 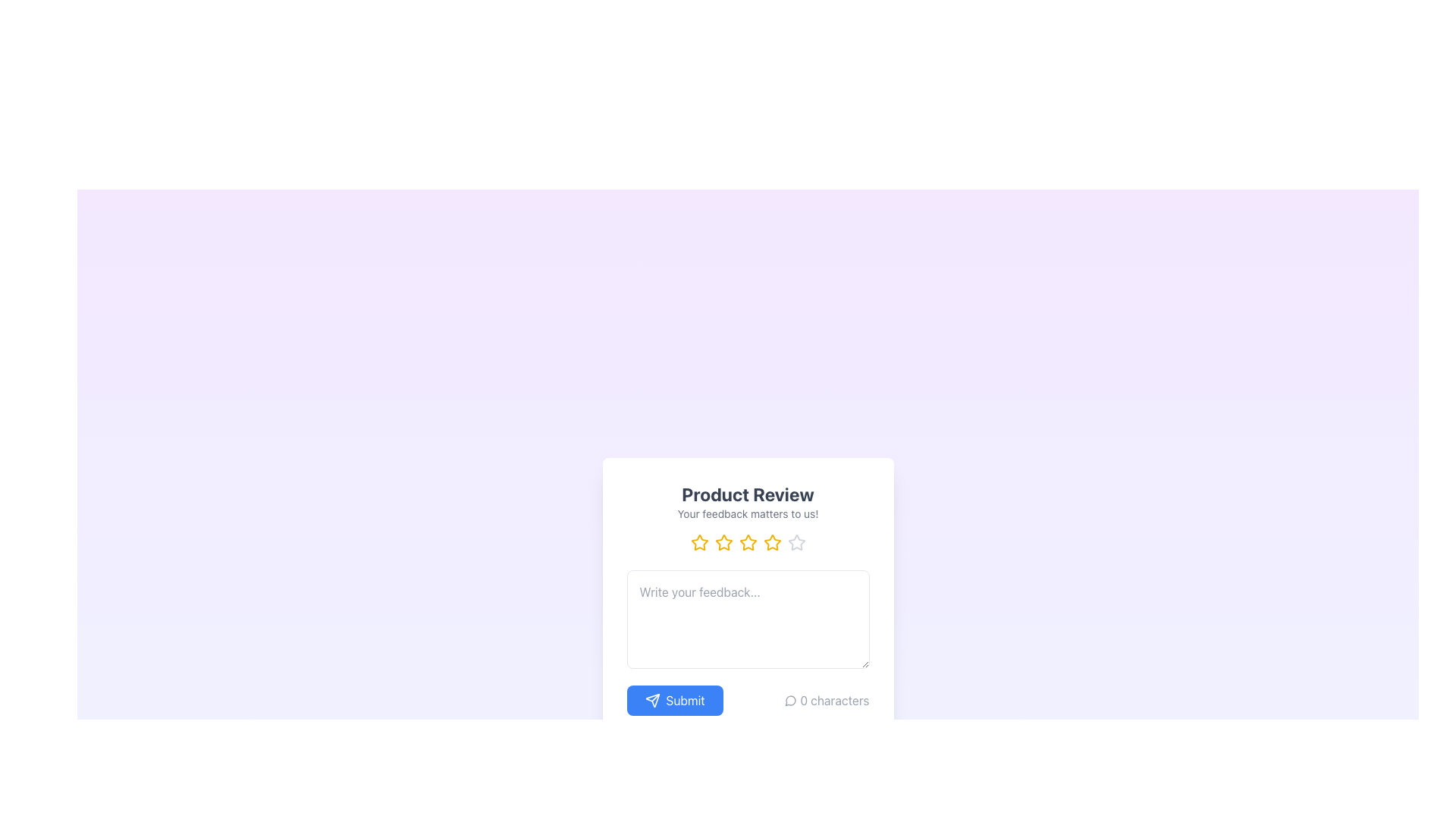 What do you see at coordinates (723, 541) in the screenshot?
I see `the second star icon in the rating system` at bounding box center [723, 541].